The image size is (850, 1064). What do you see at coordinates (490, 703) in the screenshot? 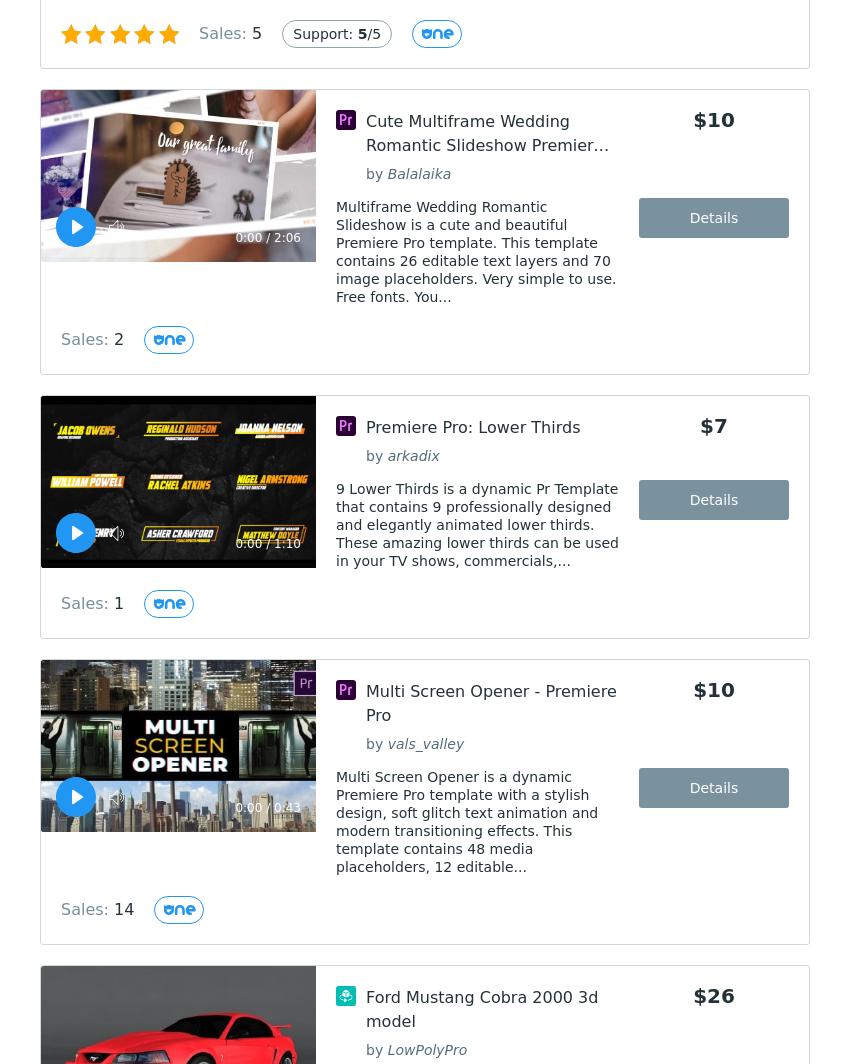
I see `'Multi Screen Opener - Premiere Pro'` at bounding box center [490, 703].